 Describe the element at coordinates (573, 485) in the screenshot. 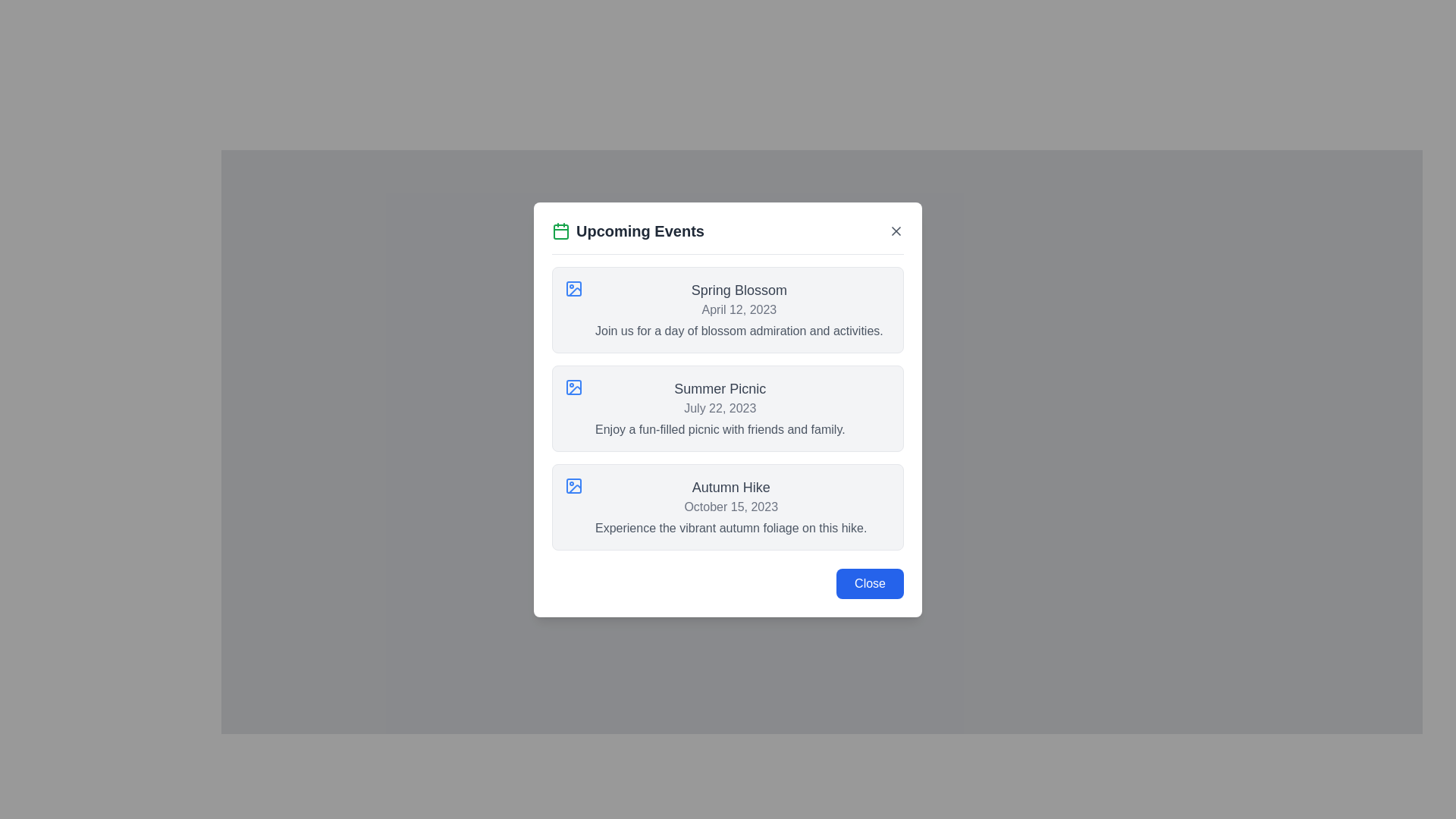

I see `the icon located to the left of the text titled 'Autumn Hike' in the 'Upcoming Events' section` at that location.